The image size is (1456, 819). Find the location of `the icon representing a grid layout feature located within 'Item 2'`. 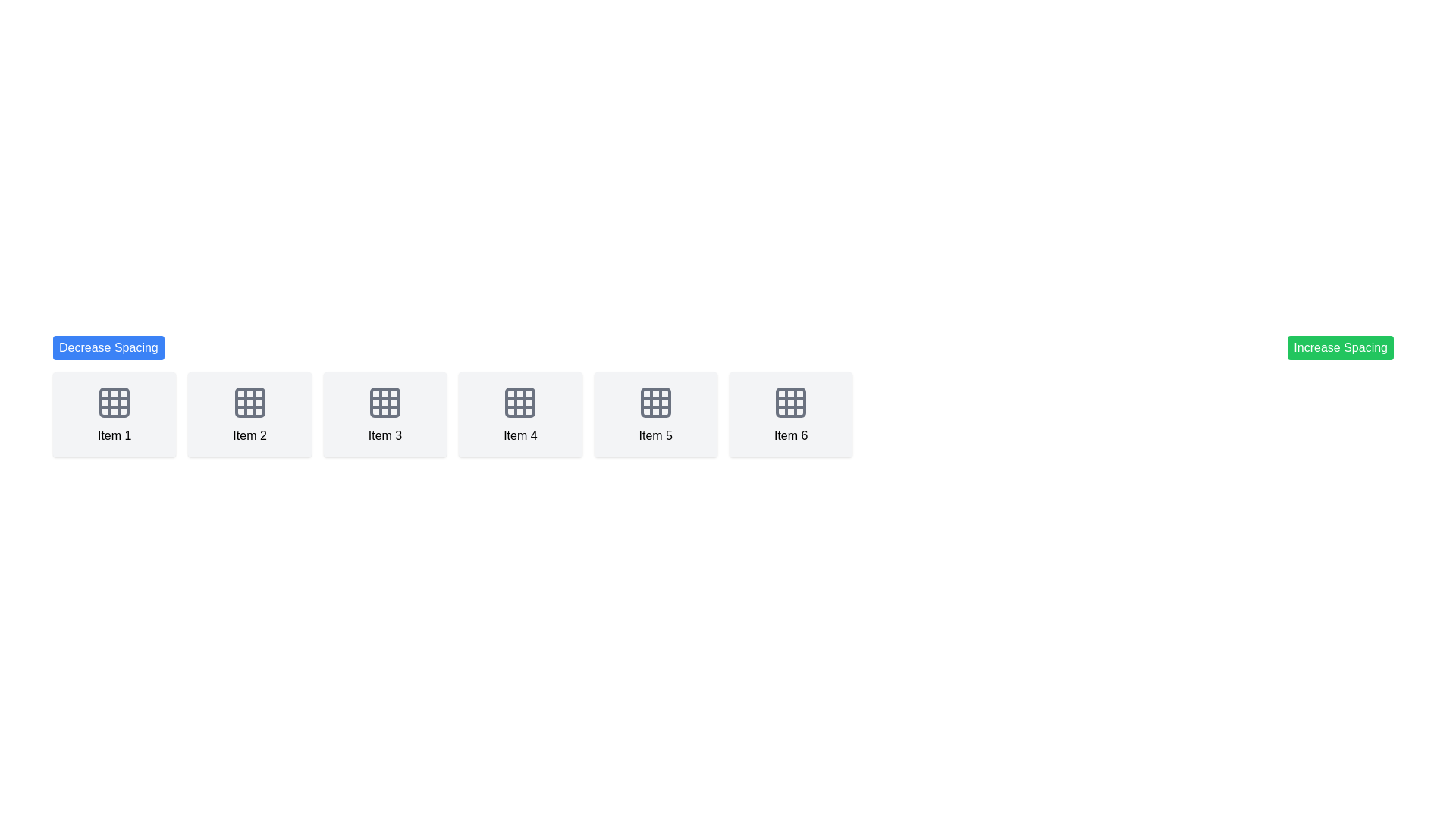

the icon representing a grid layout feature located within 'Item 2' is located at coordinates (249, 402).